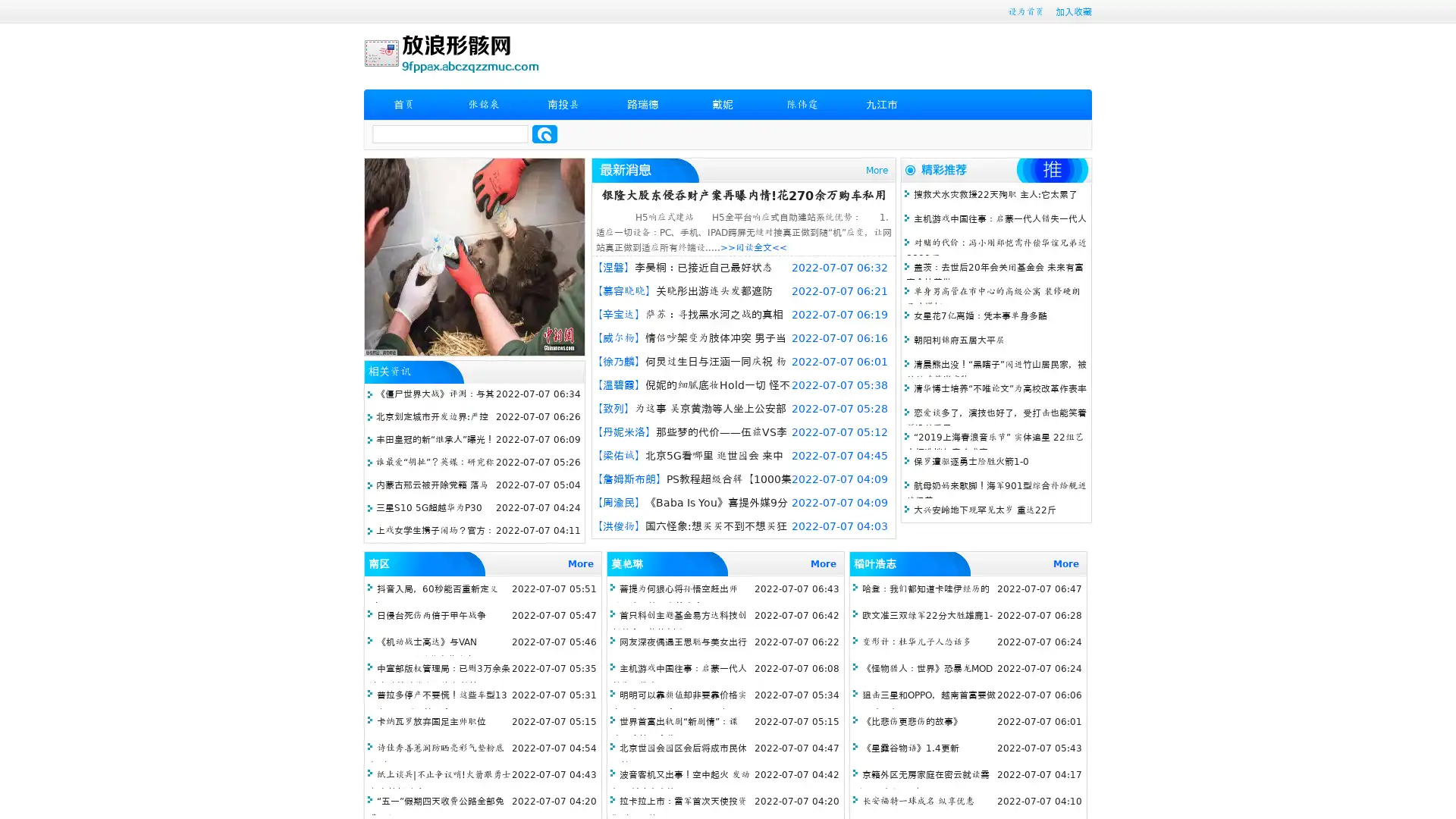 This screenshot has height=819, width=1456. What do you see at coordinates (544, 133) in the screenshot?
I see `Search` at bounding box center [544, 133].